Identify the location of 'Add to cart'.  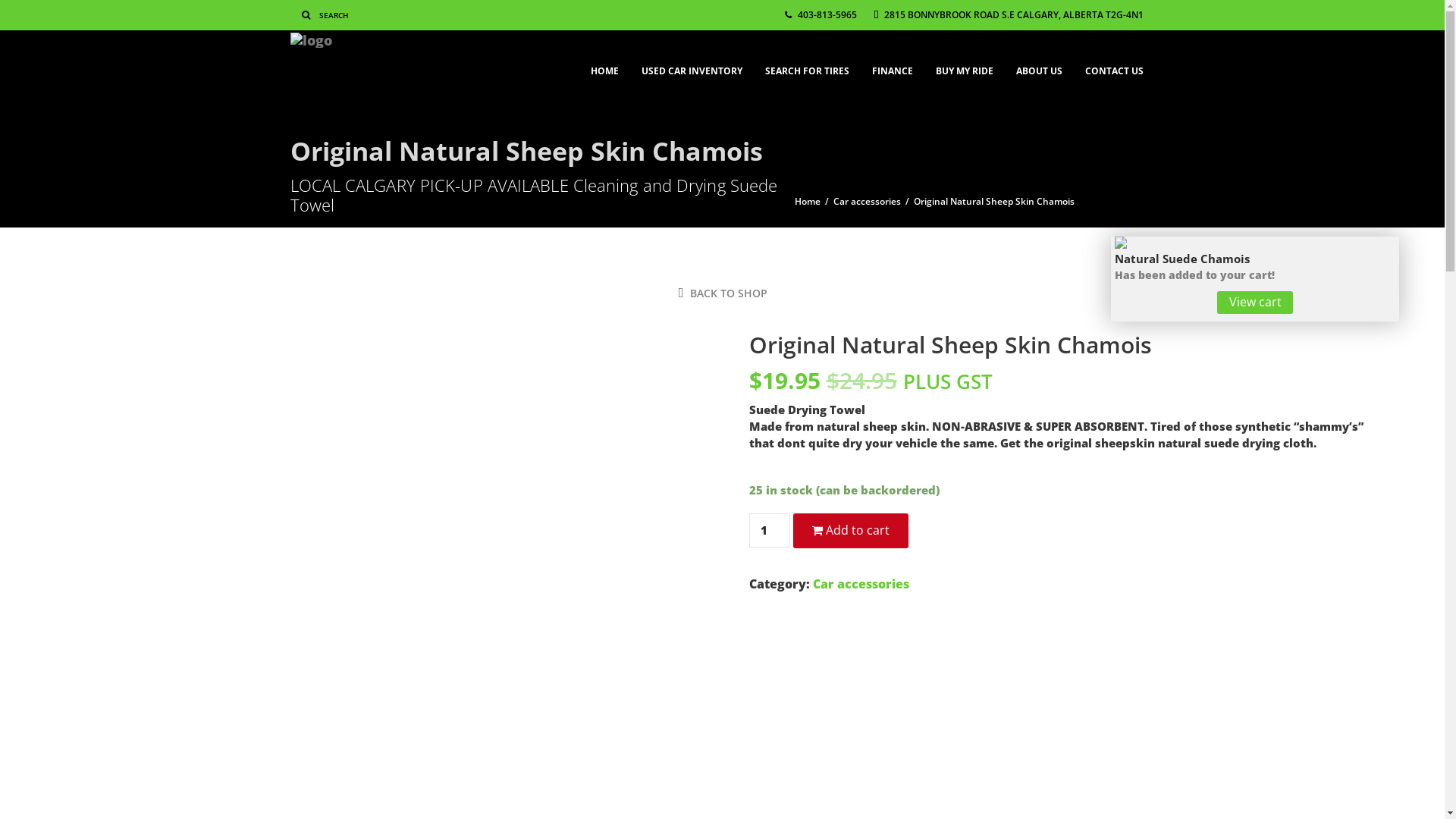
(851, 529).